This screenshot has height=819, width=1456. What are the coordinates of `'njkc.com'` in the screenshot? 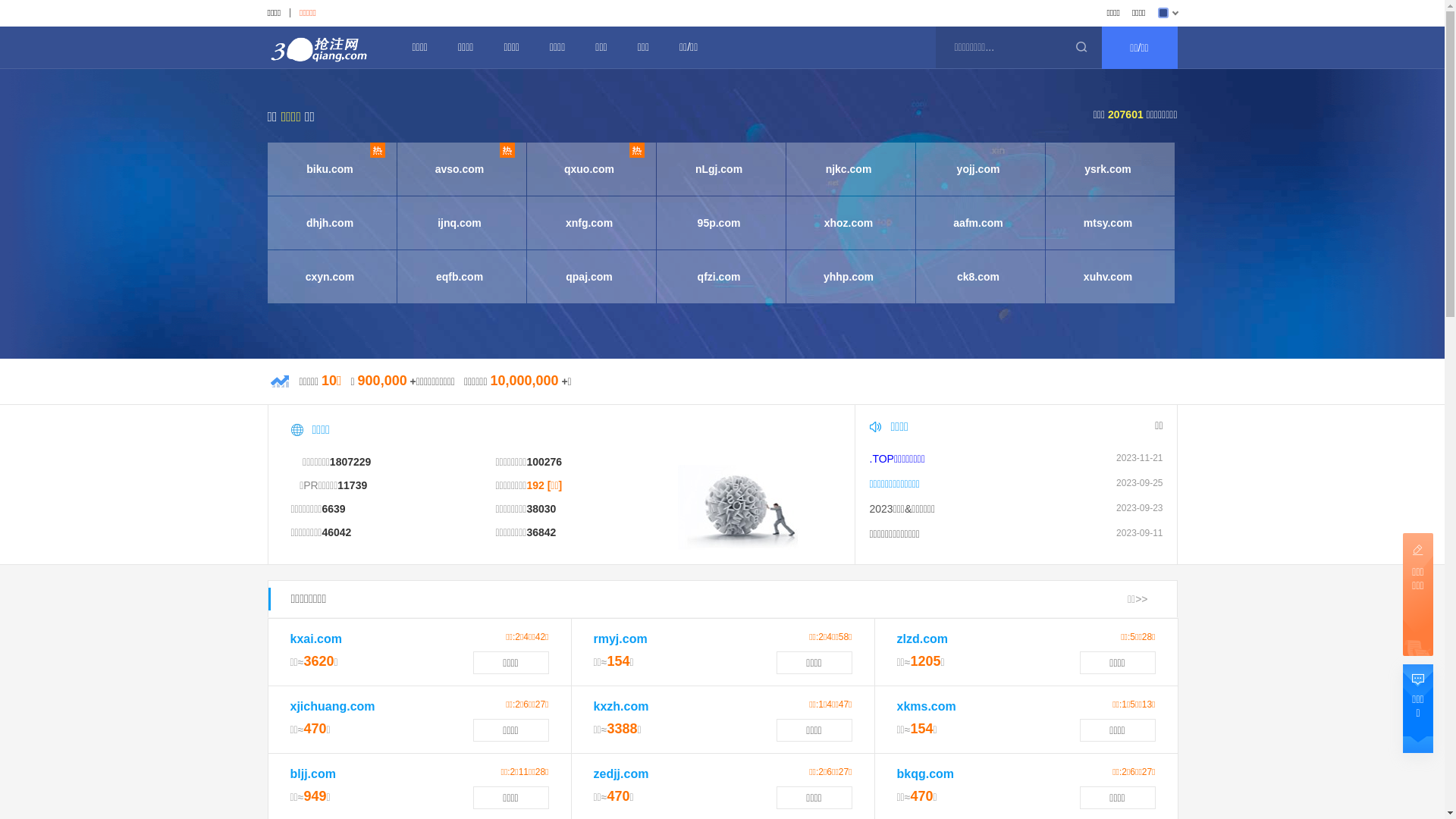 It's located at (792, 169).